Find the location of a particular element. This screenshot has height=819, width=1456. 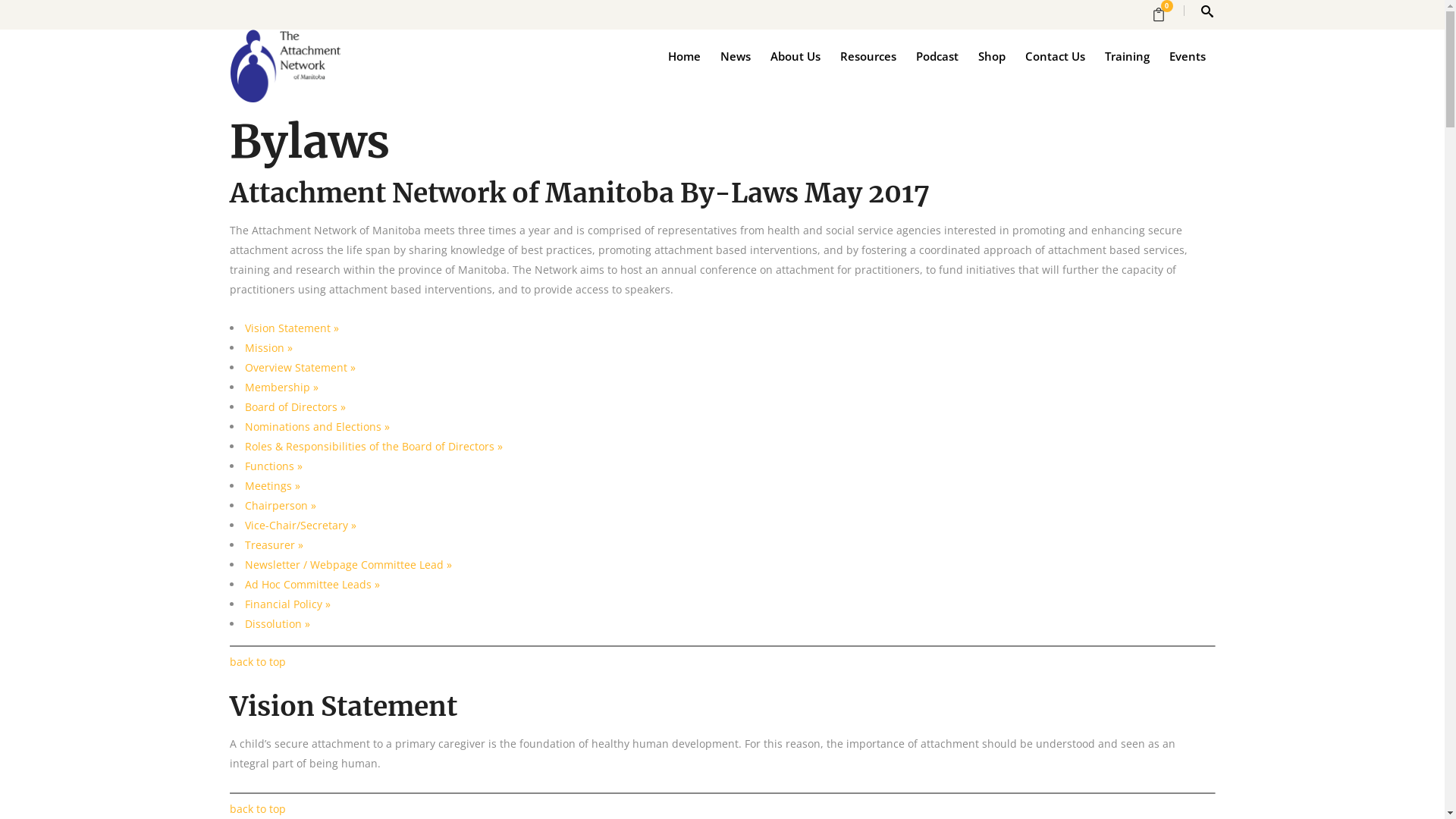

'Events' is located at coordinates (1185, 55).